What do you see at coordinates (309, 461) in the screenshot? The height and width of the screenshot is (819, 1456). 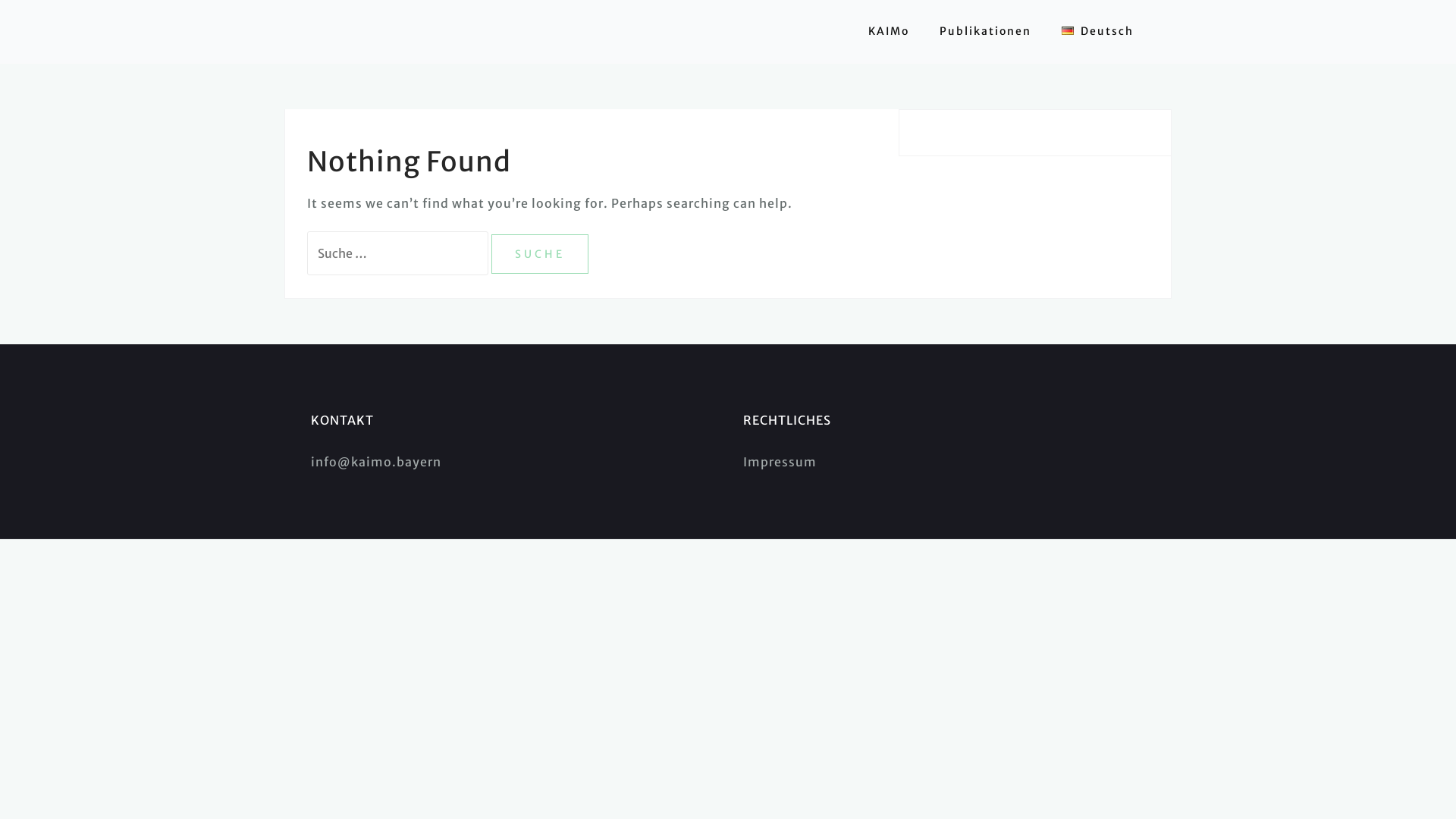 I see `'info@kaimo.bayern'` at bounding box center [309, 461].